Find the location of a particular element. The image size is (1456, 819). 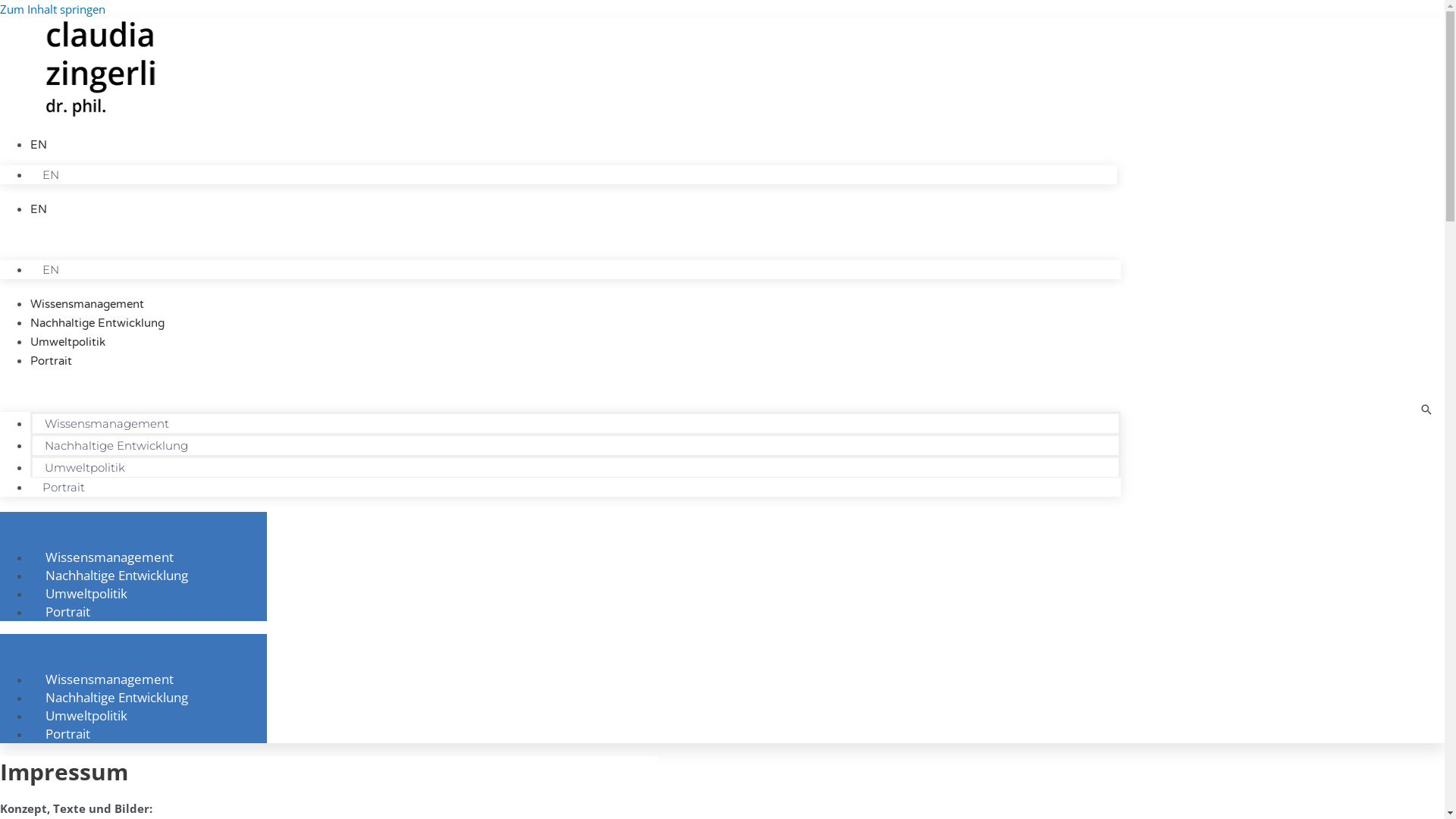

'Wissensmanagement' is located at coordinates (108, 677).